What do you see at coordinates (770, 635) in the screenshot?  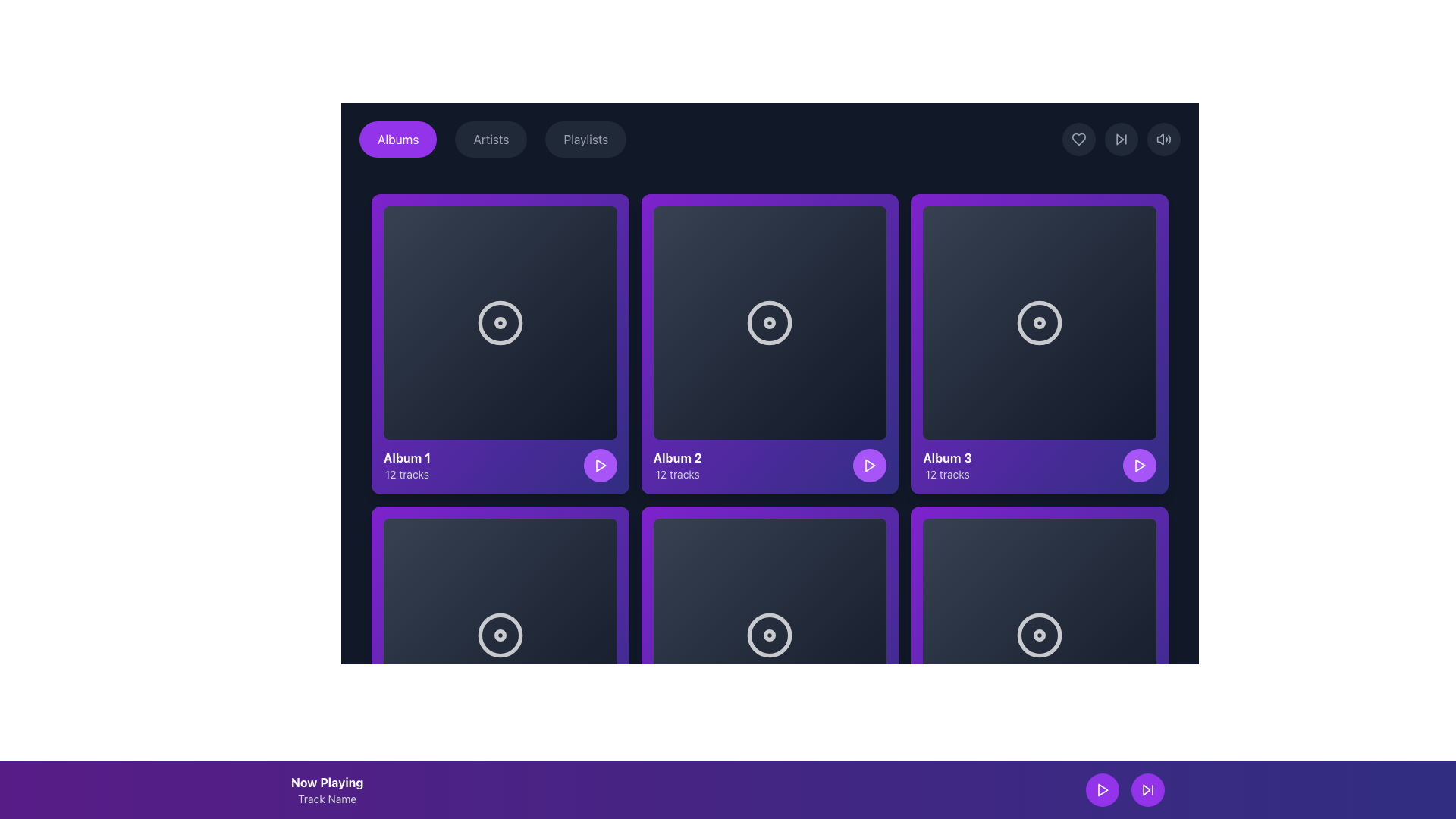 I see `the album icon representing a disc or music record, located in the third card from the left in the bottom row of a 3x3 grid of album cards, which is surrounded by a purple border` at bounding box center [770, 635].